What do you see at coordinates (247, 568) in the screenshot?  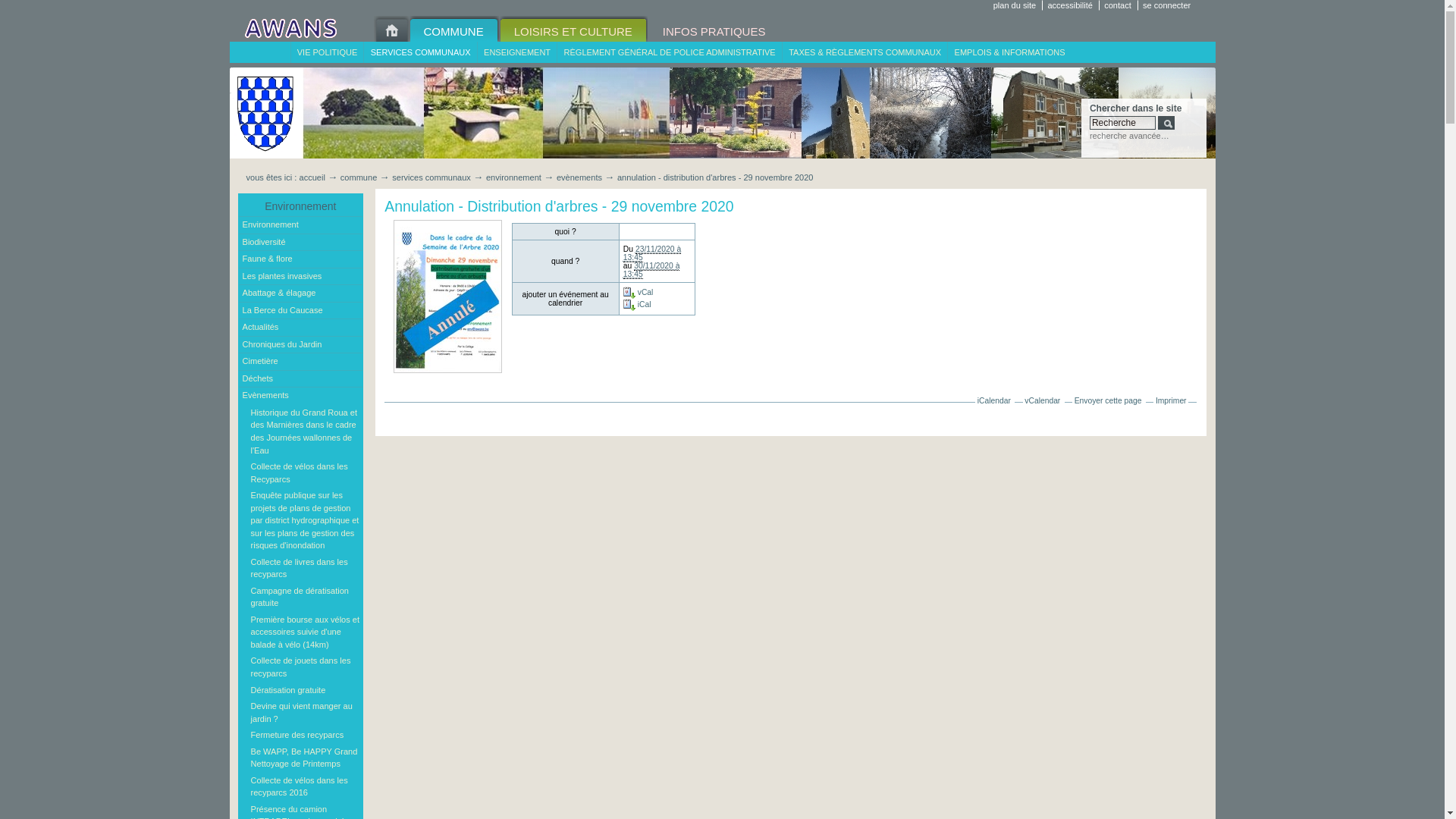 I see `'Collecte de livres dans les recyparcs'` at bounding box center [247, 568].